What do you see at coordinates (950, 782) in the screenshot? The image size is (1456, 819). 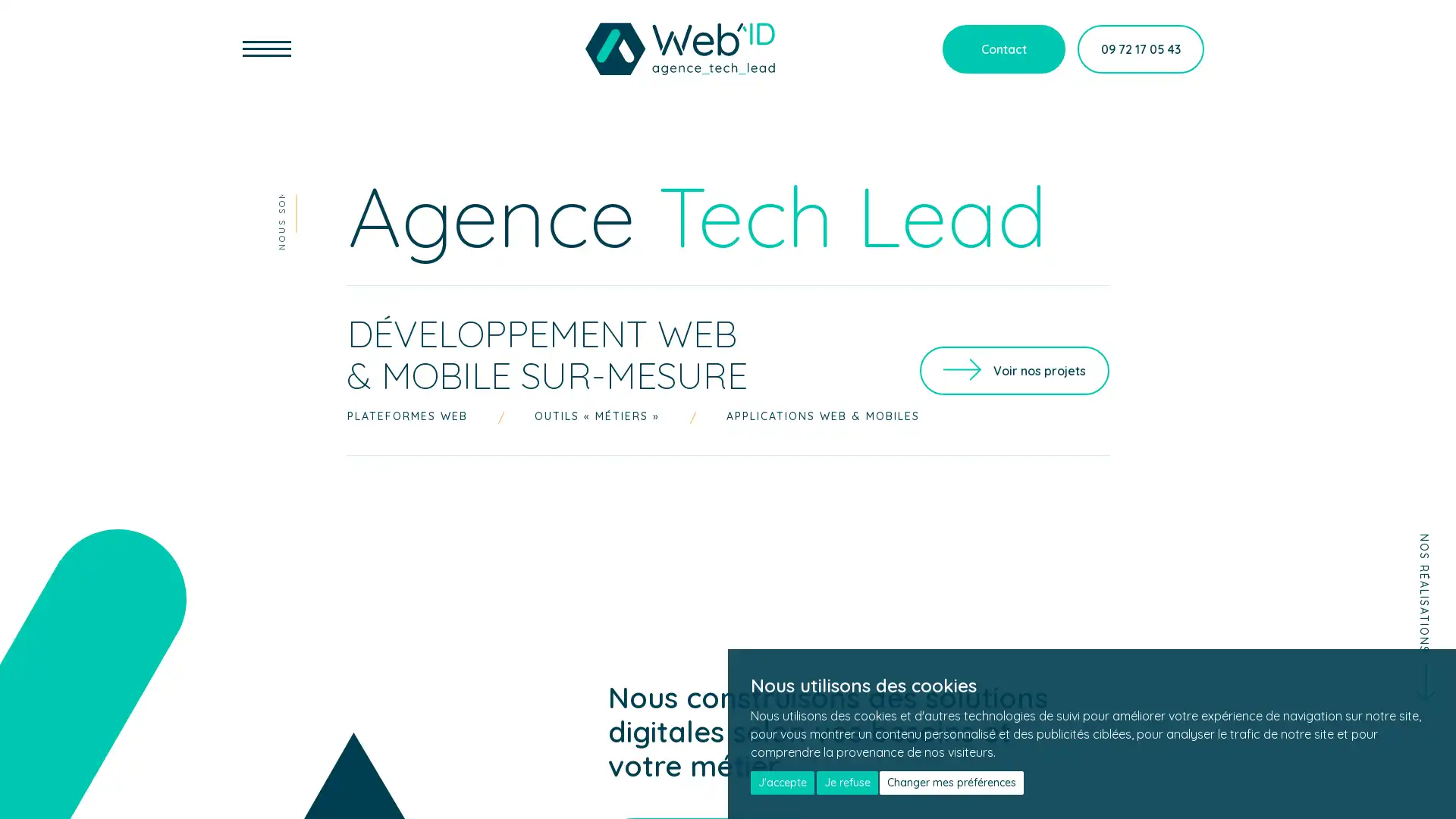 I see `Changer mes preferences` at bounding box center [950, 782].